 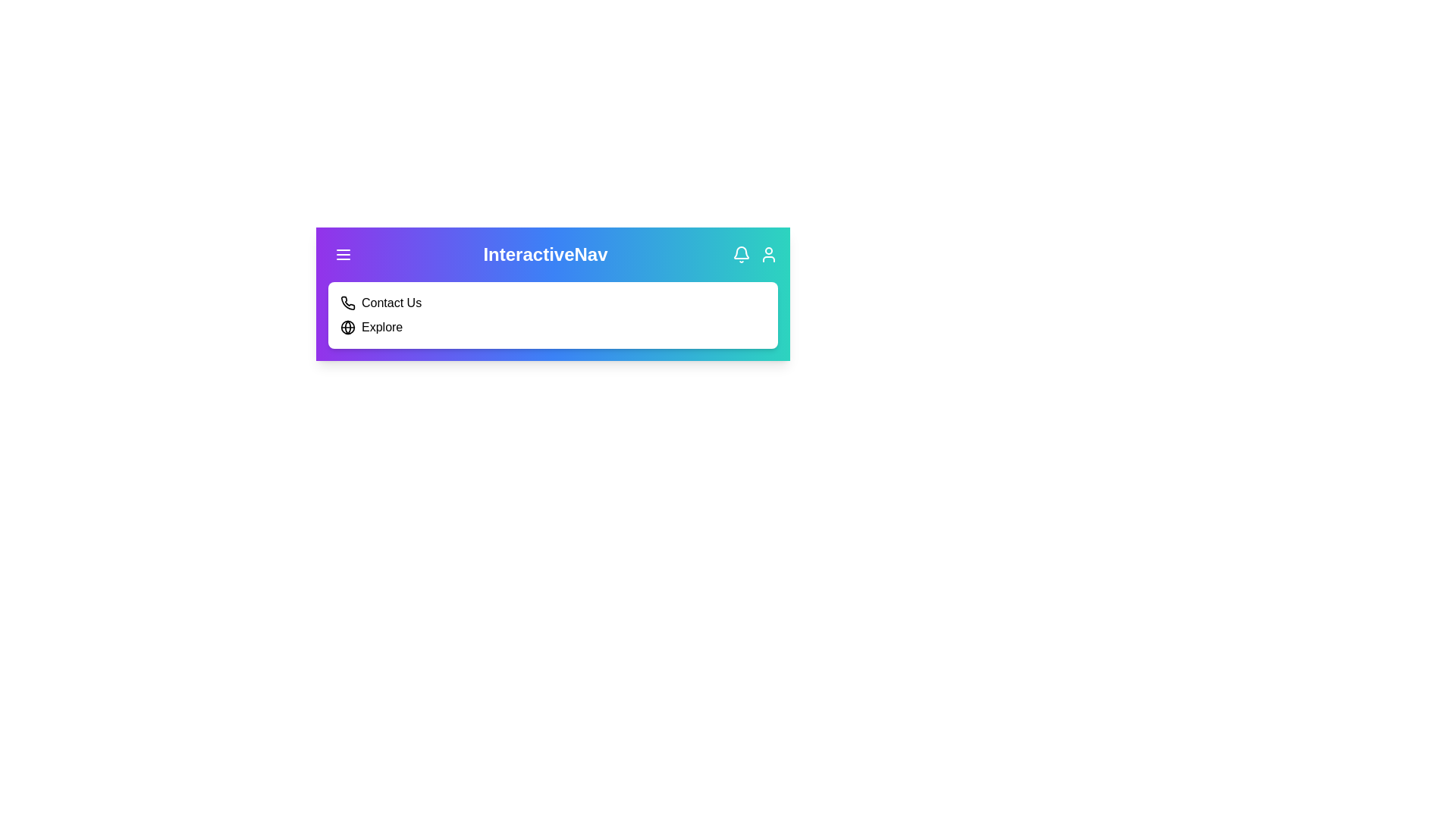 What do you see at coordinates (742, 253) in the screenshot?
I see `the notification icon` at bounding box center [742, 253].